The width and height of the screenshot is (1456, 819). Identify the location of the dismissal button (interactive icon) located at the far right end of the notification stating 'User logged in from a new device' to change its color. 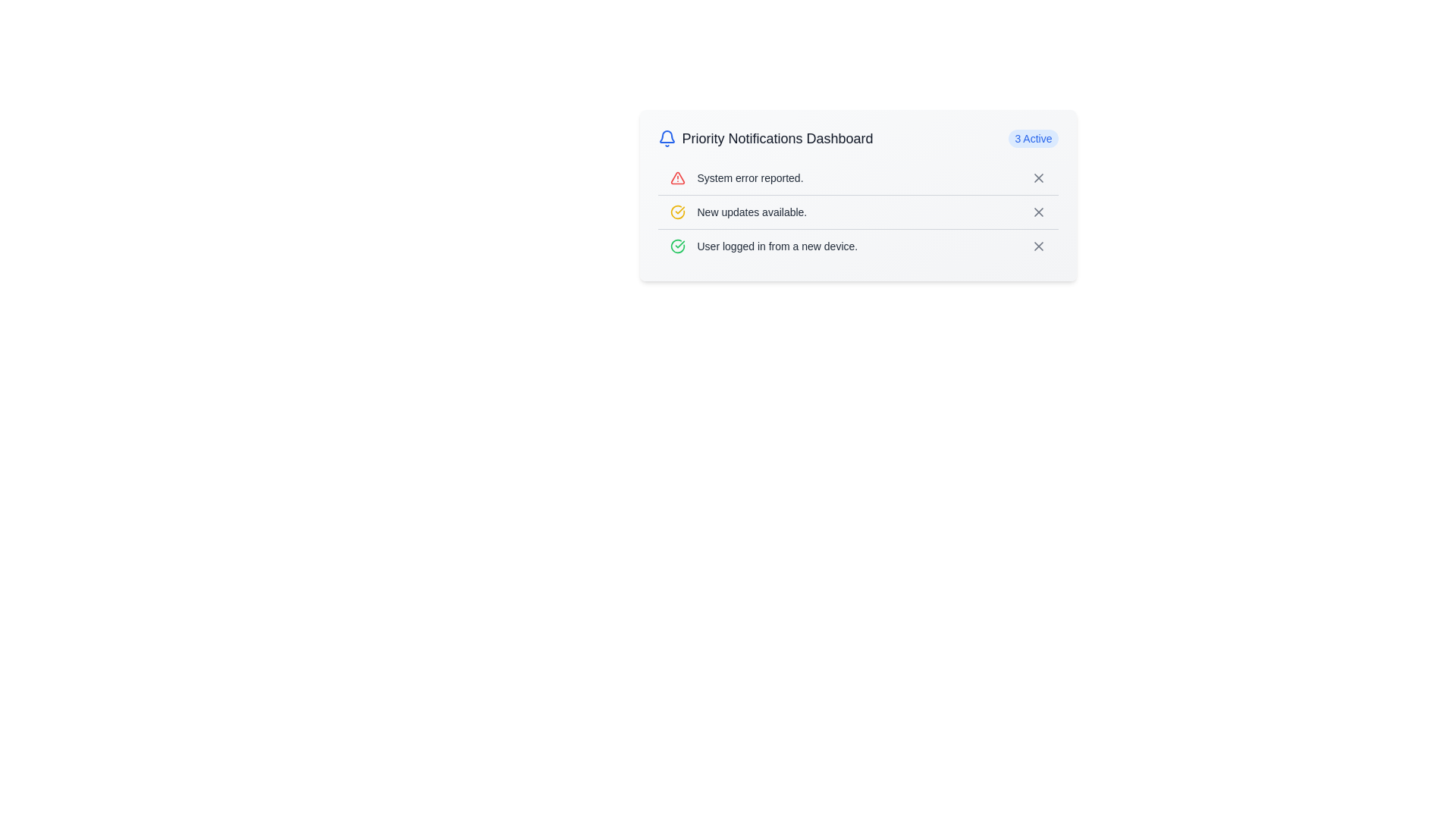
(1037, 245).